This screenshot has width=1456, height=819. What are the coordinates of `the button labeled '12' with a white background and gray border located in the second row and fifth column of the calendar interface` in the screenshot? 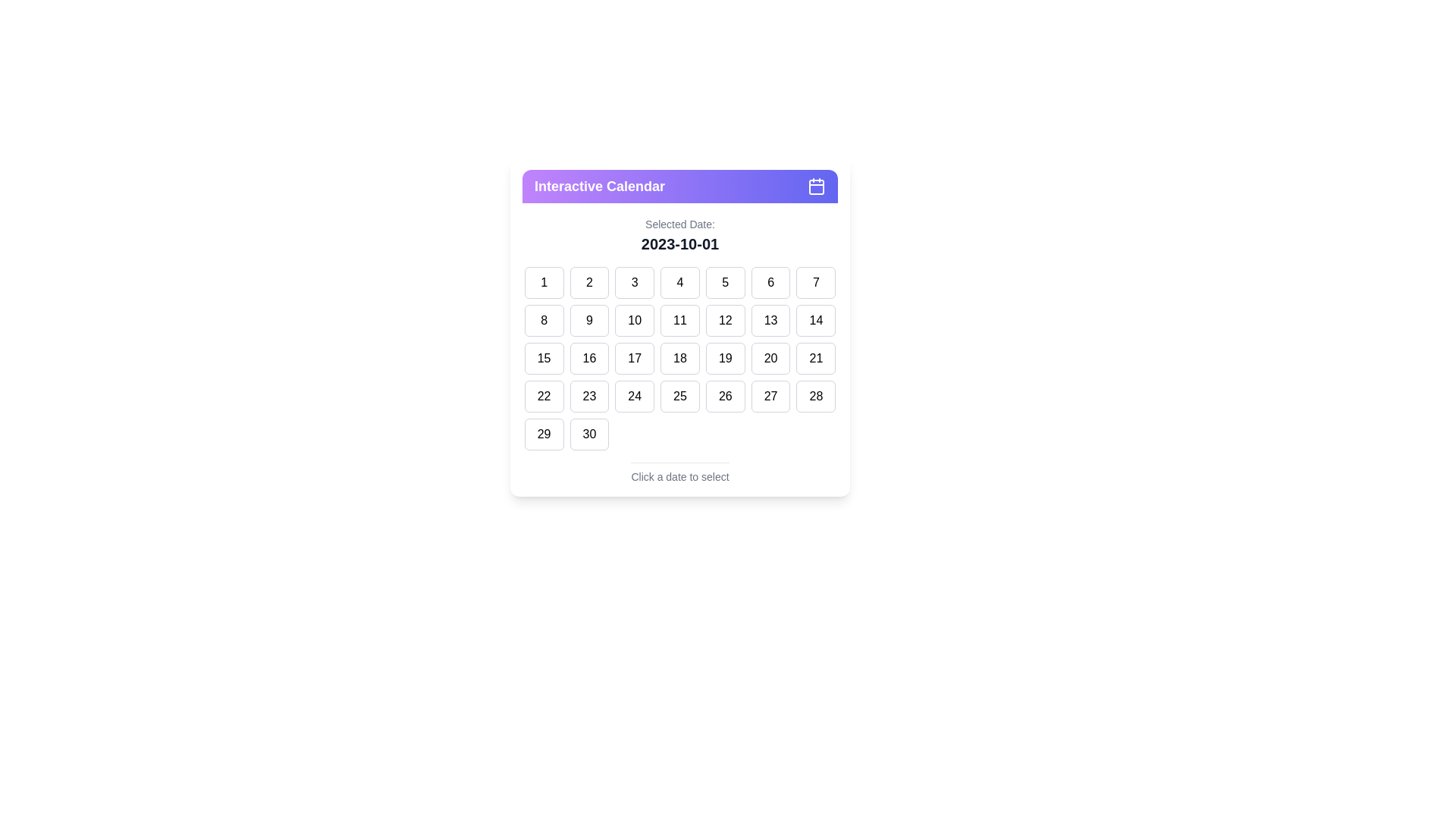 It's located at (724, 320).